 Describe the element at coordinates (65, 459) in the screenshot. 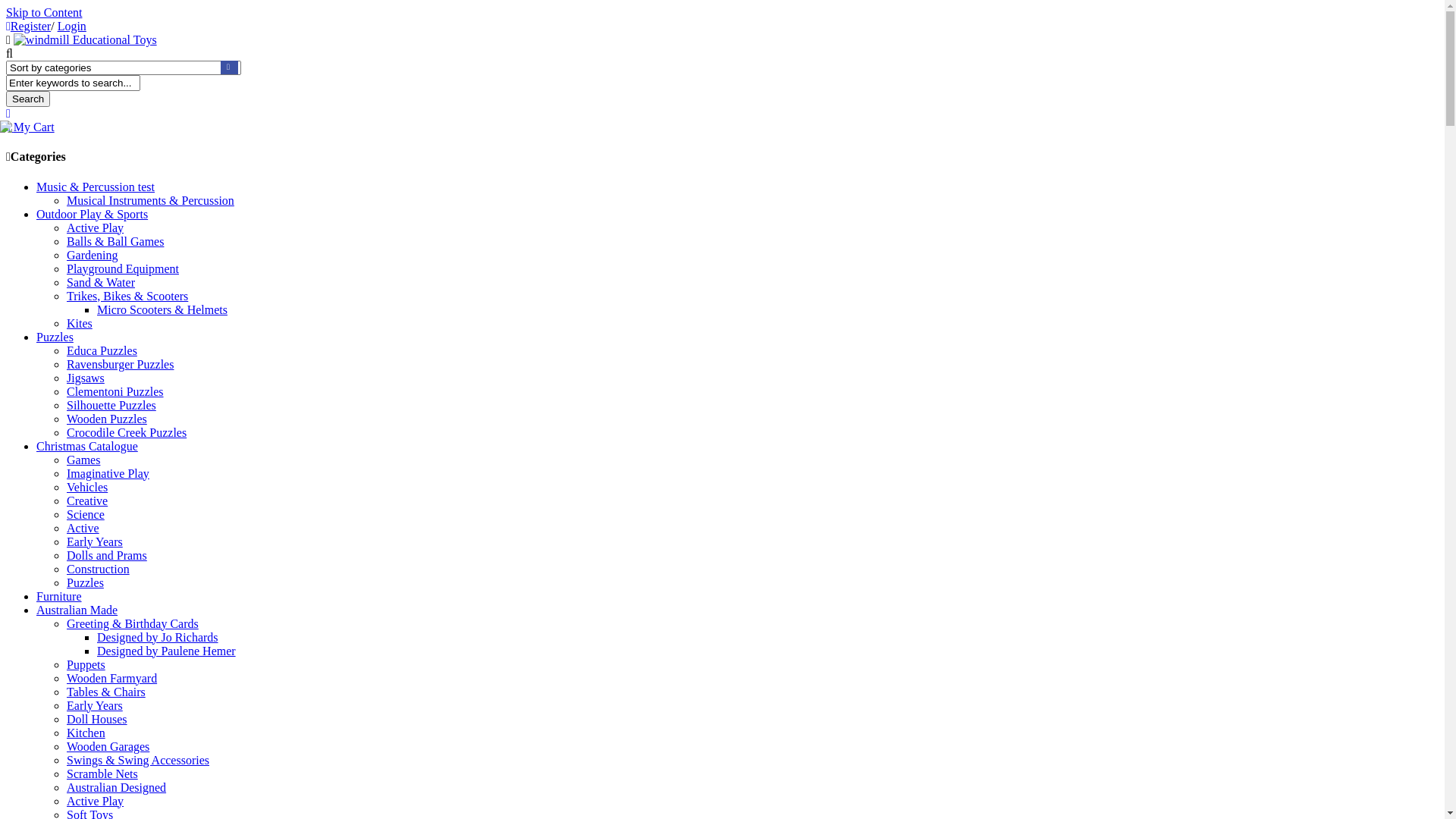

I see `'Games'` at that location.